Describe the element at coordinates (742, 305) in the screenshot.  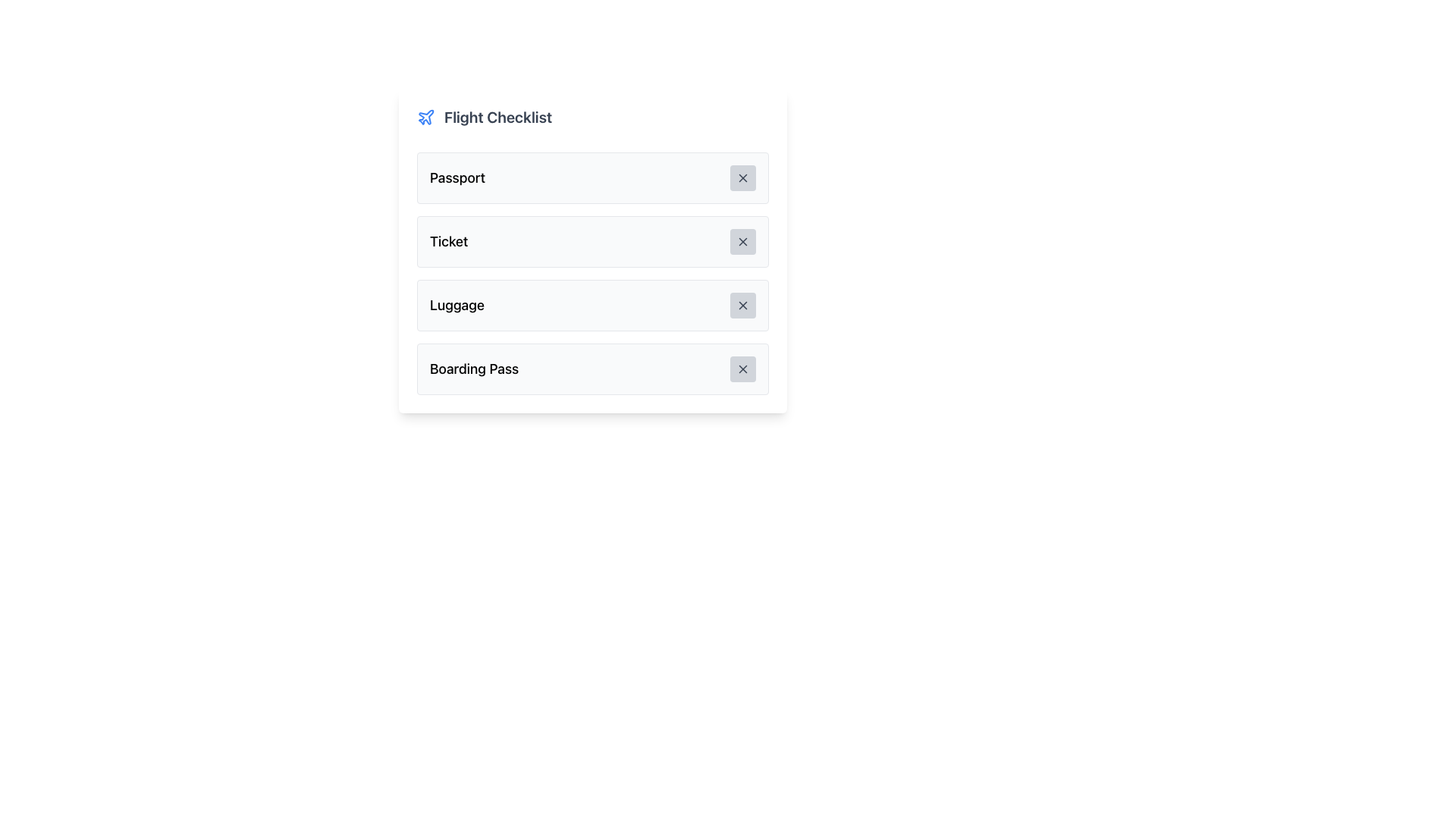
I see `the icon button on the right-hand side of the third checklist item labeled 'Luggage'` at that location.